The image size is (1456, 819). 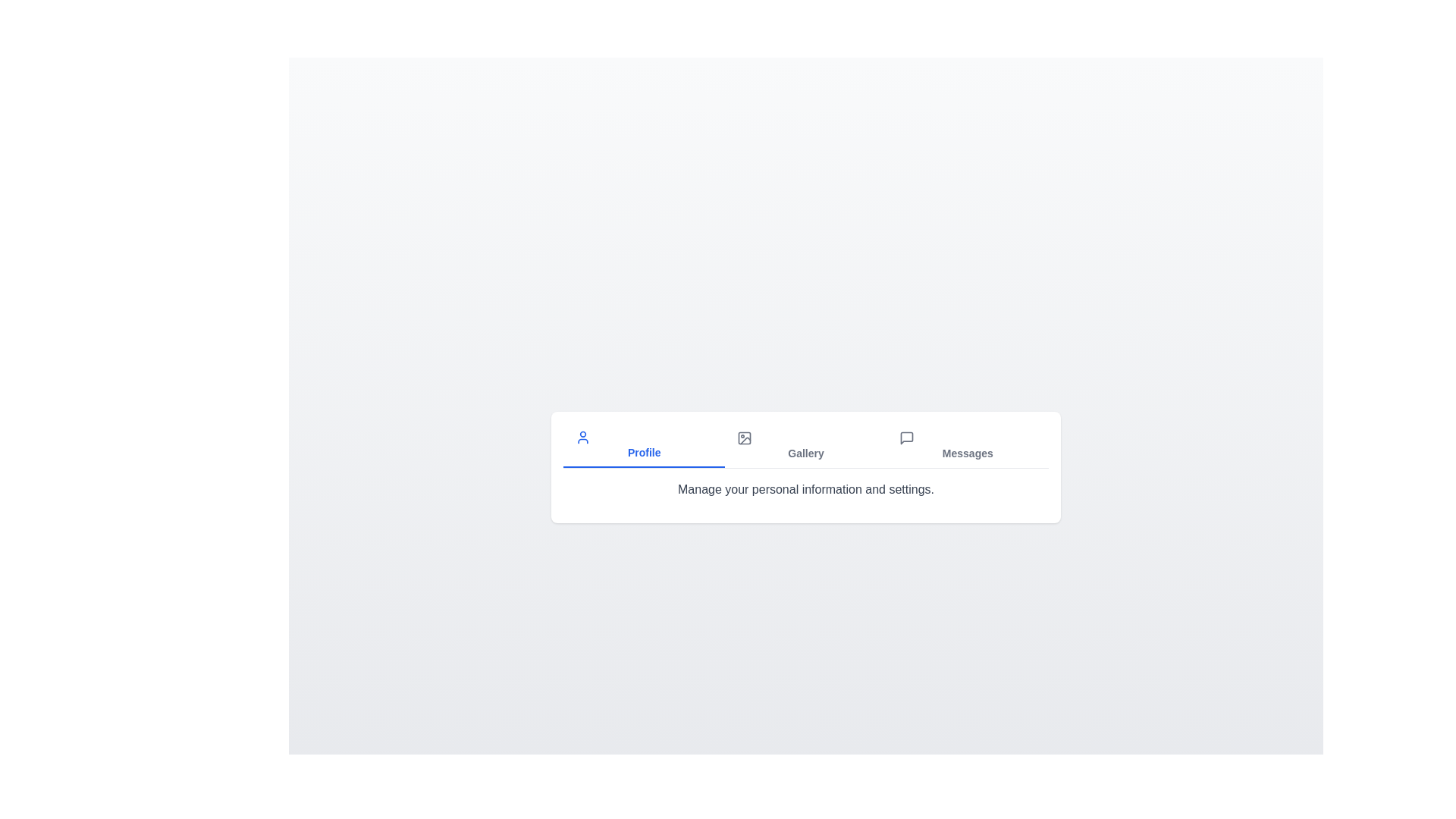 What do you see at coordinates (906, 438) in the screenshot?
I see `the icon associated with the Messages tab` at bounding box center [906, 438].